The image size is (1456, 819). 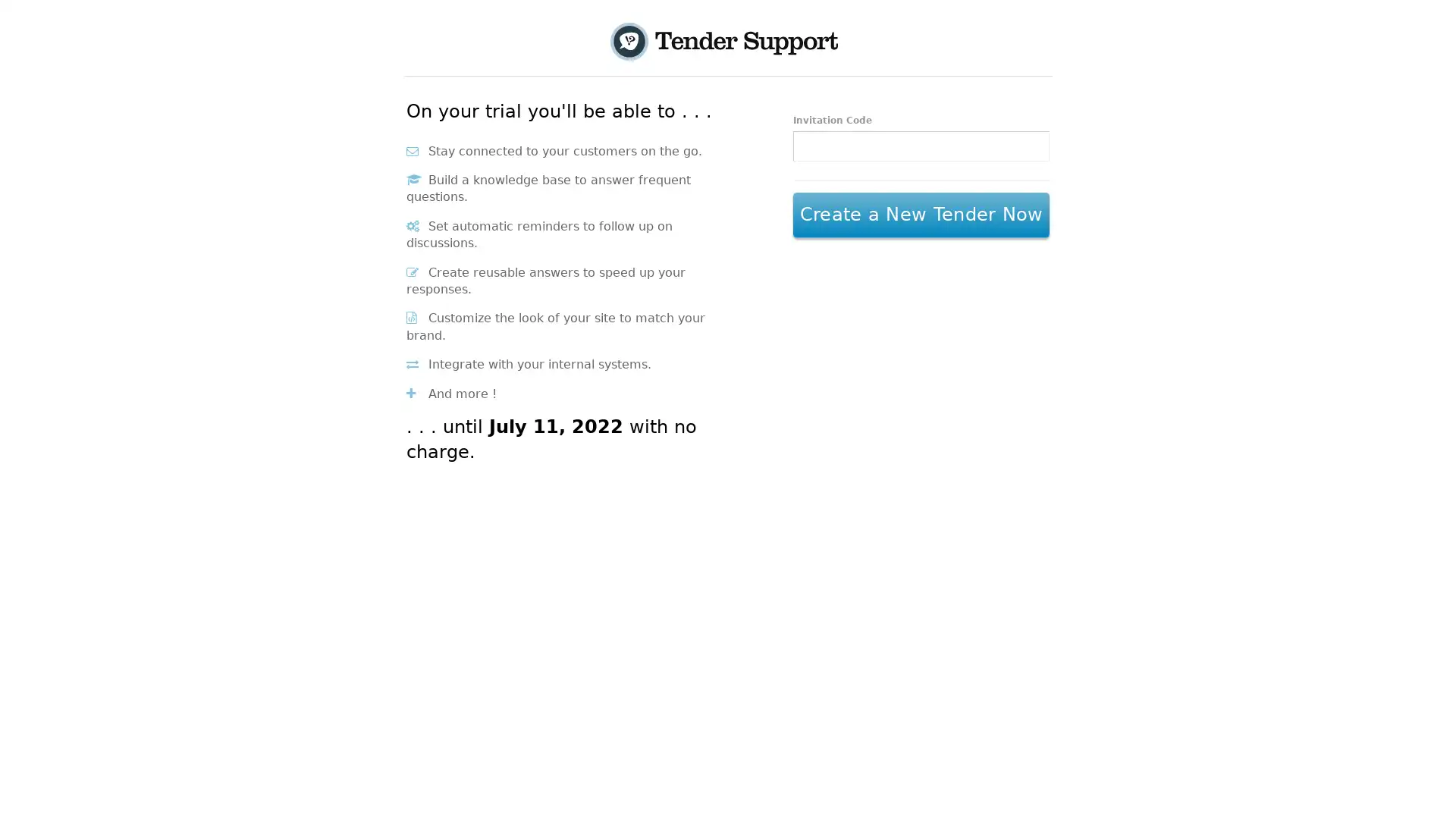 I want to click on Create a New Tender Now, so click(x=920, y=215).